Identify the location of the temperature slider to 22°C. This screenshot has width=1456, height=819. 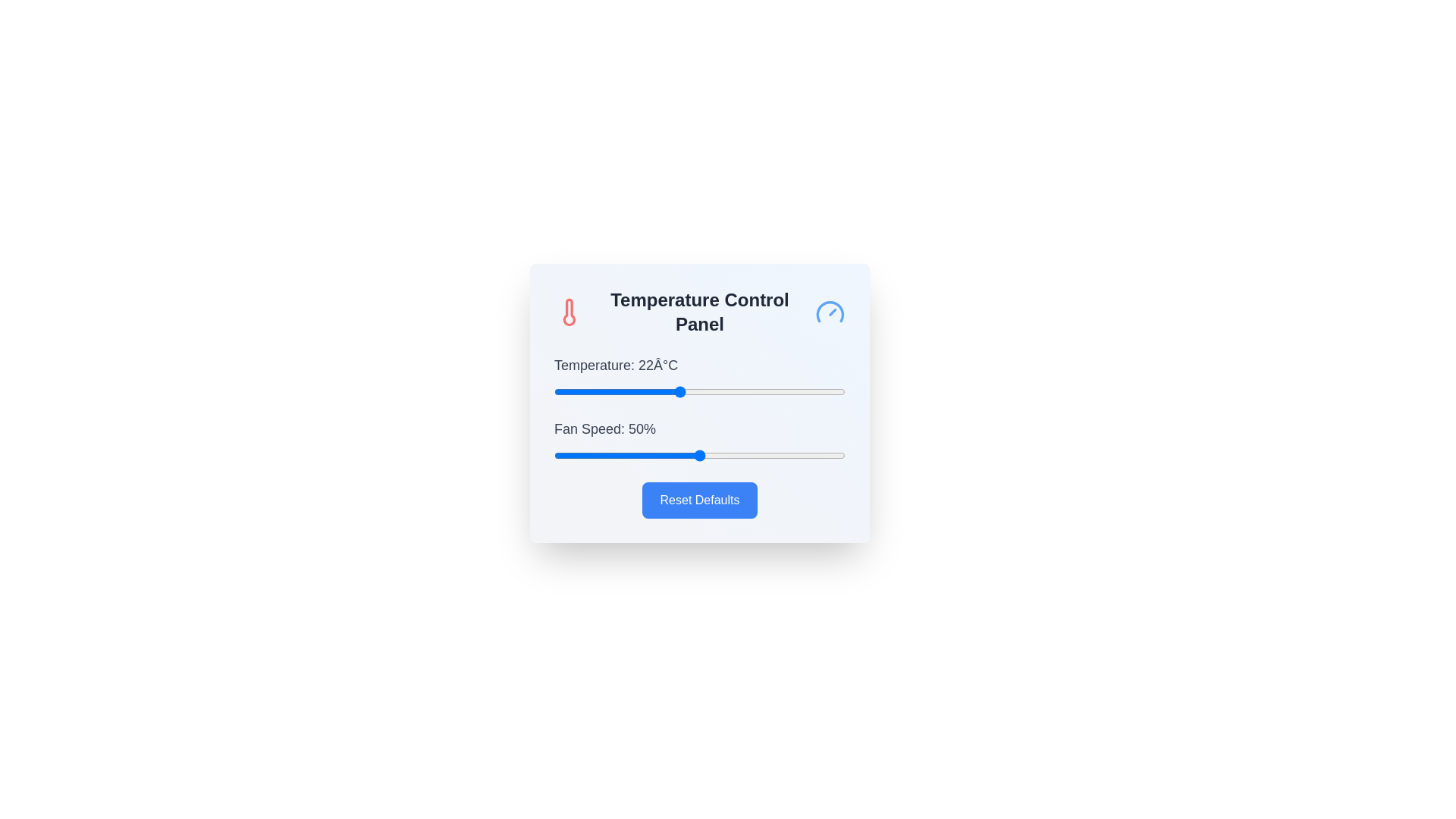
(678, 391).